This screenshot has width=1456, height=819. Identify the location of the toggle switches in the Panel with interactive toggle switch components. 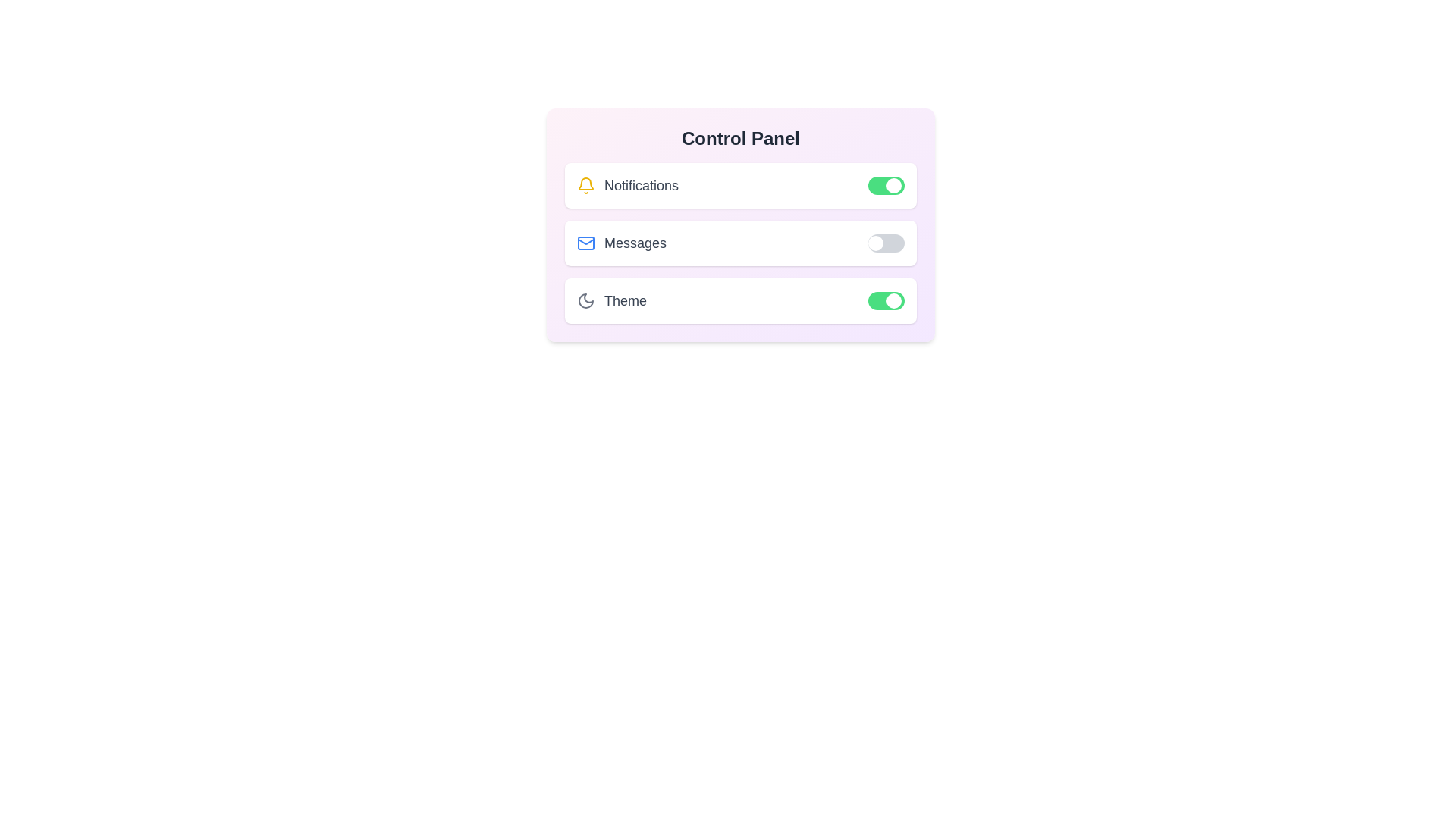
(741, 225).